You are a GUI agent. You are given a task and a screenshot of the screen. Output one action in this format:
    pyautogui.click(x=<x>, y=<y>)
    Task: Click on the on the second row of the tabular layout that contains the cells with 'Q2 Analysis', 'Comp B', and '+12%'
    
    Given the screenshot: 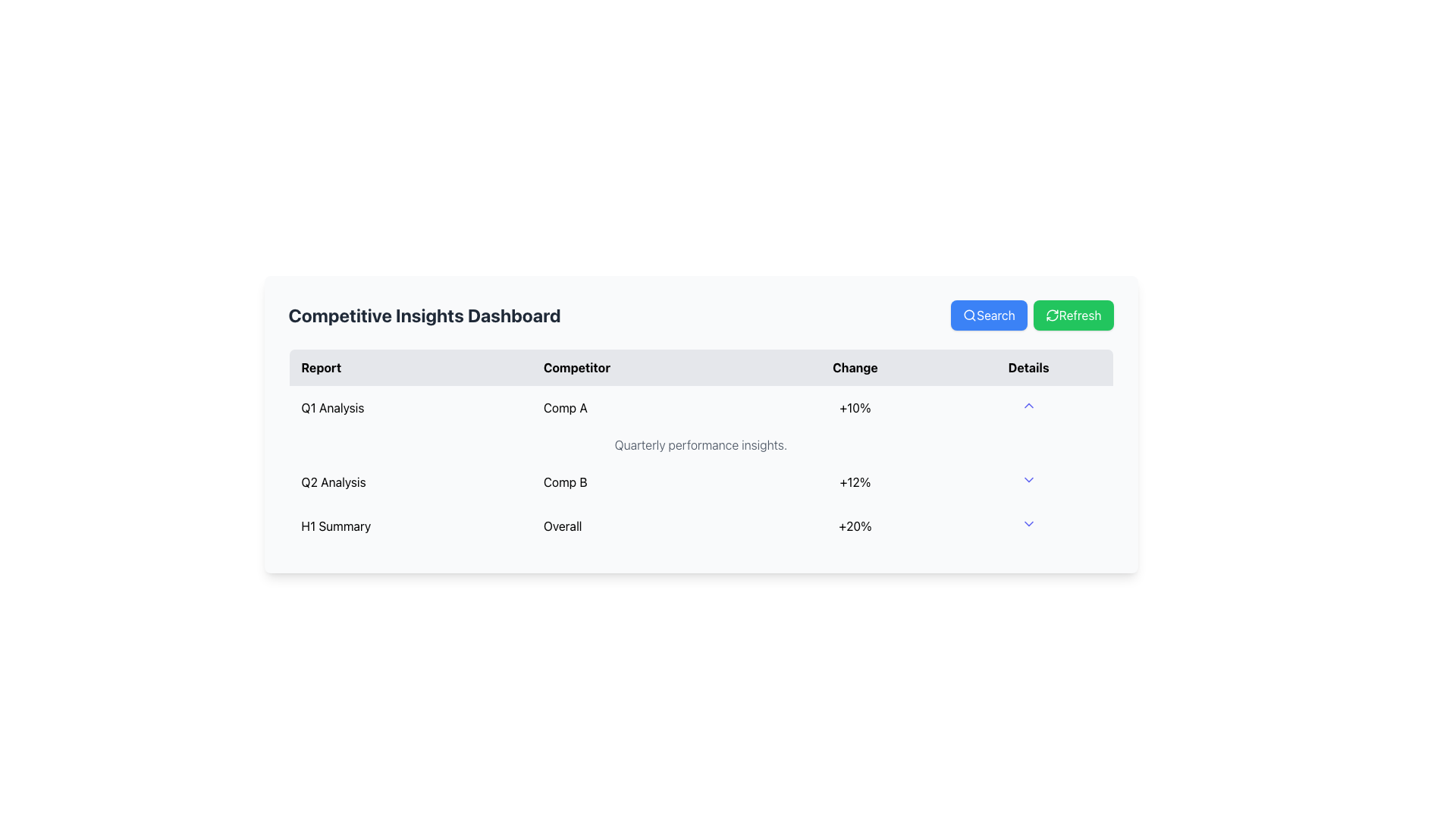 What is the action you would take?
    pyautogui.click(x=700, y=482)
    